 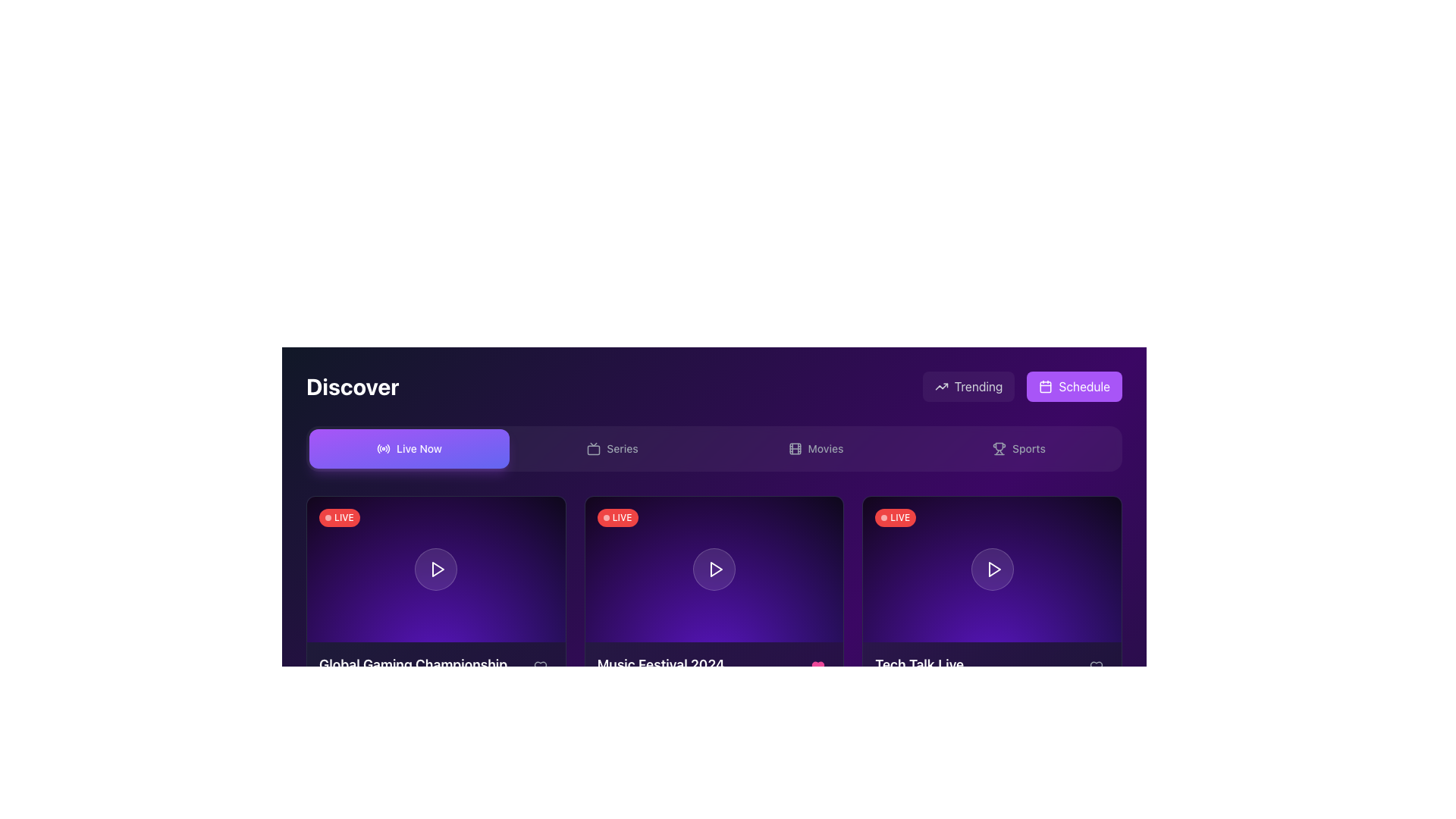 What do you see at coordinates (435, 666) in the screenshot?
I see `the 'Global Gaming Championship' headline with the heart icon component located in the first card of the 'Discover' section` at bounding box center [435, 666].